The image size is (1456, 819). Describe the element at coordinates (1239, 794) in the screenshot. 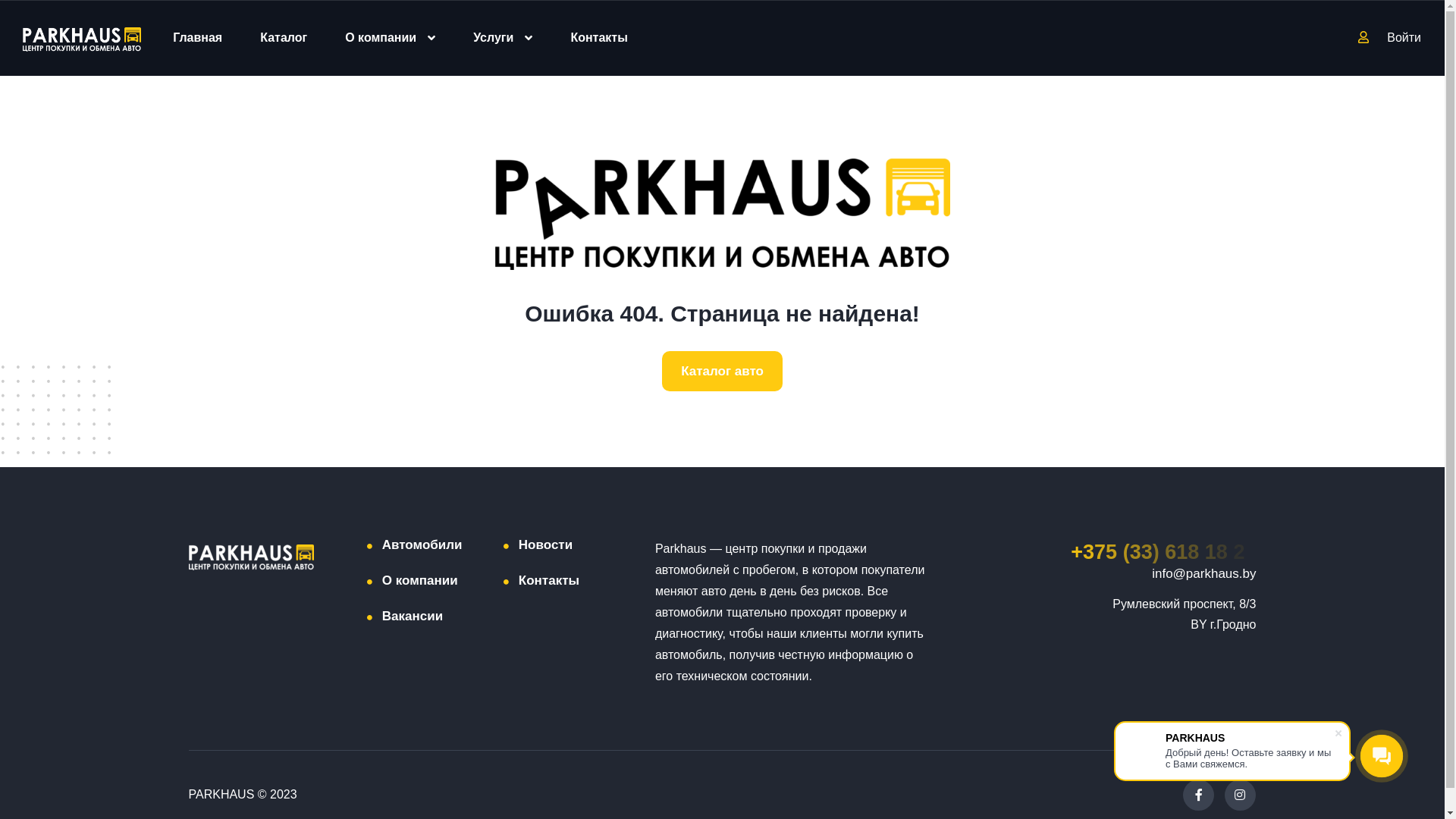

I see `'Instagram'` at that location.